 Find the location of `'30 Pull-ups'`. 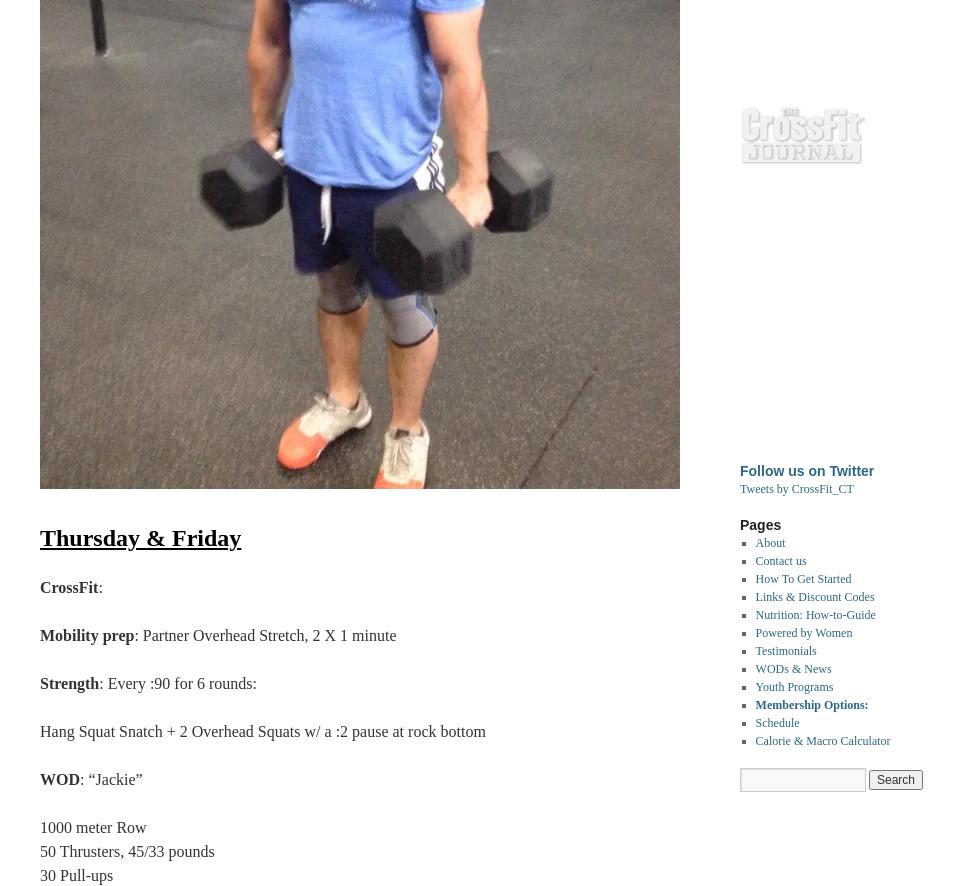

'30 Pull-ups' is located at coordinates (39, 874).